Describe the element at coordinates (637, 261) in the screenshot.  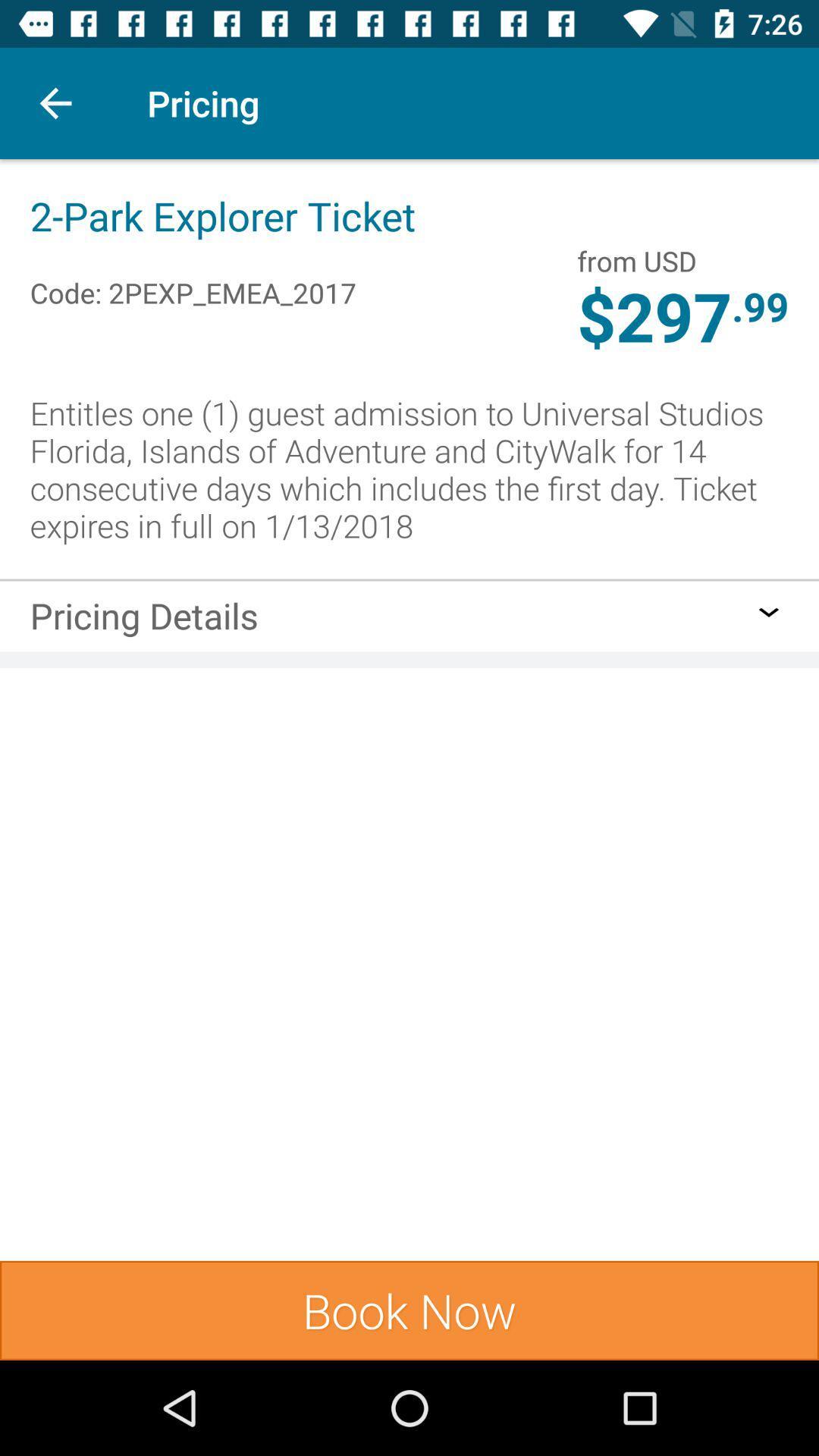
I see `icon next to 2 park explorer` at that location.